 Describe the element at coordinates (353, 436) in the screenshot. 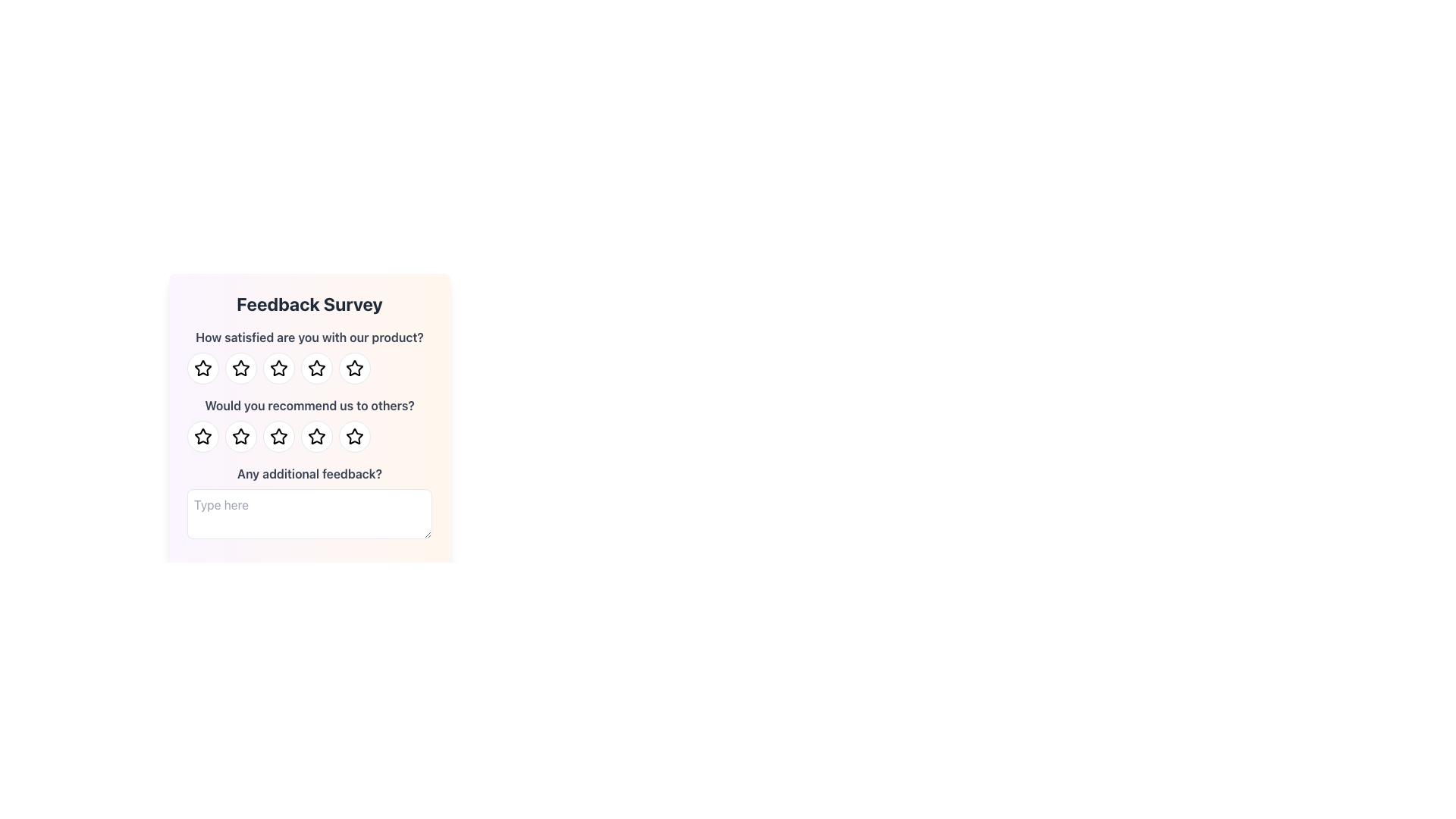

I see `the fourth star icon outlined in black under the label 'Would you recommend us to others?'` at that location.